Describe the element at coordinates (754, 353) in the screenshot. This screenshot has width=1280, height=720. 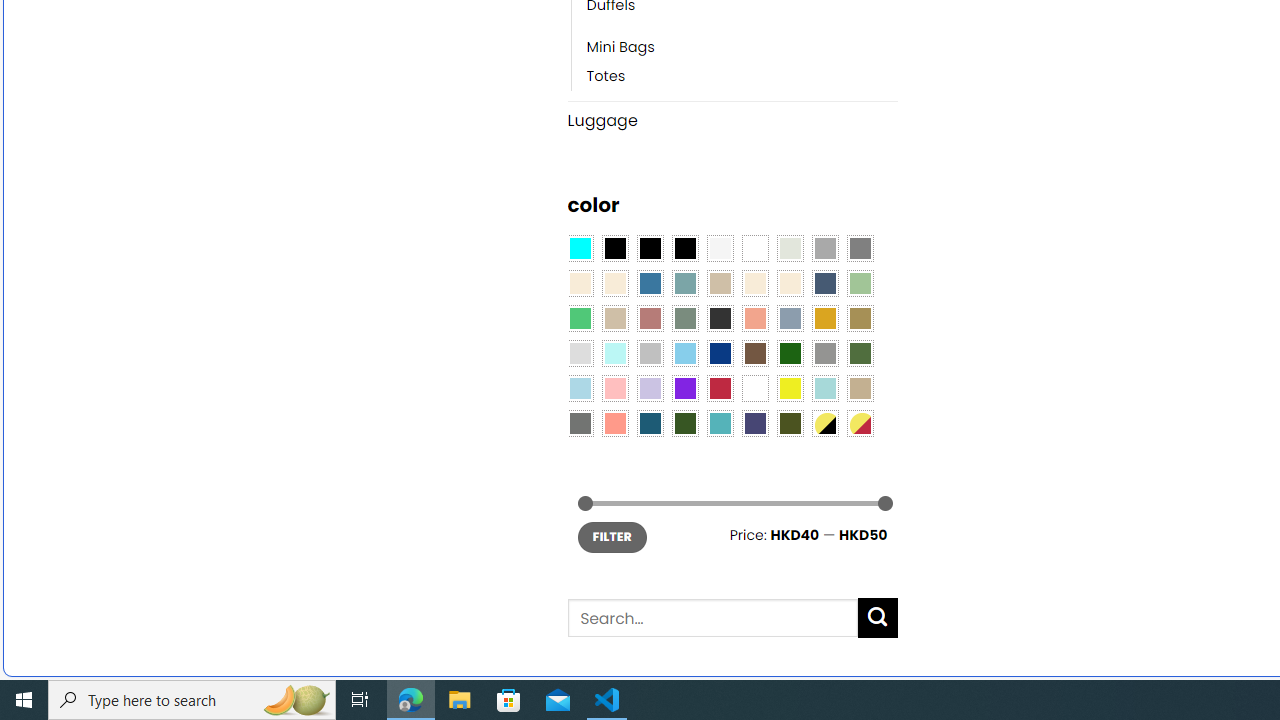
I see `'Brown'` at that location.